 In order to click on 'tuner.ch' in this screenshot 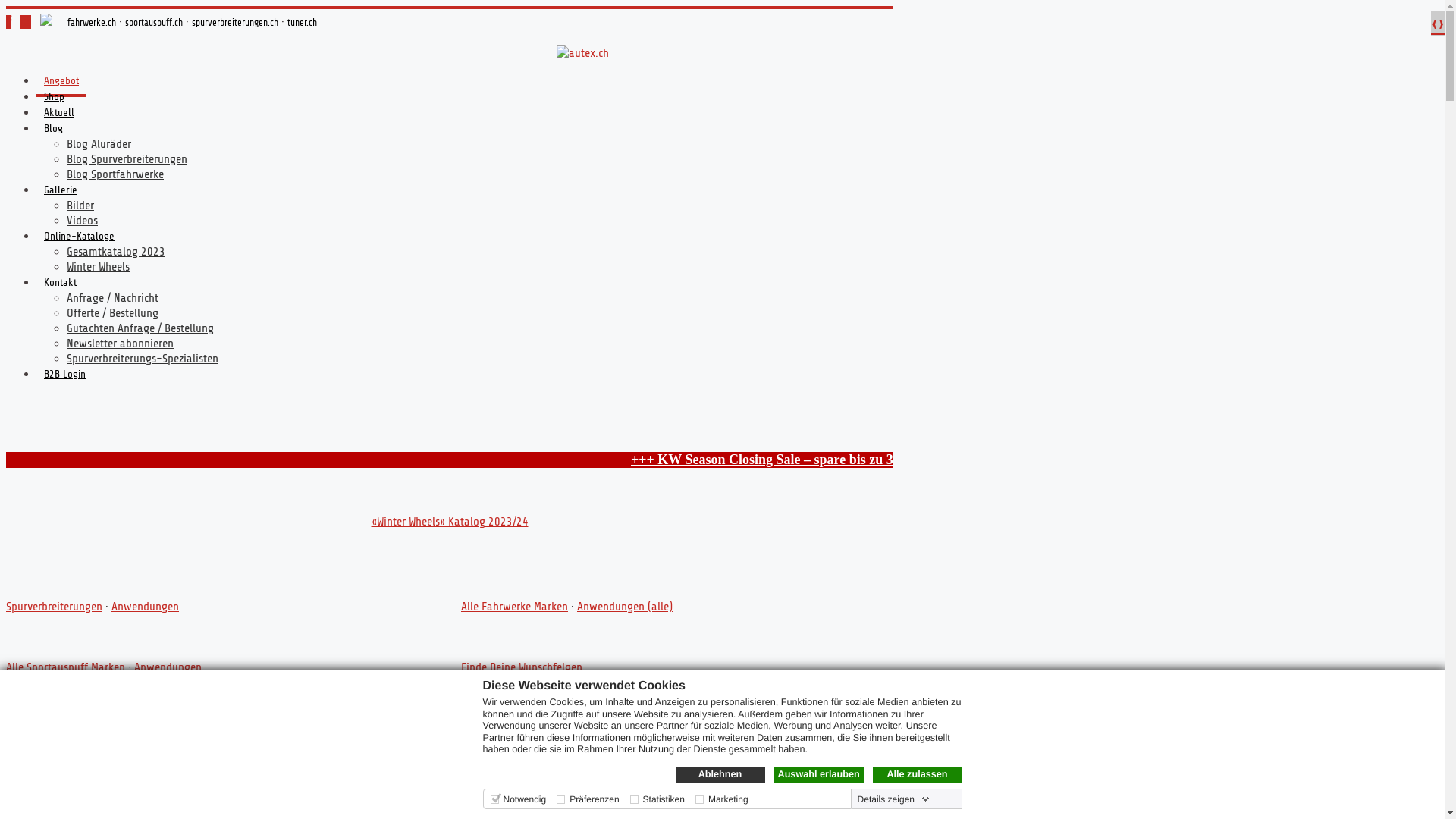, I will do `click(302, 22)`.